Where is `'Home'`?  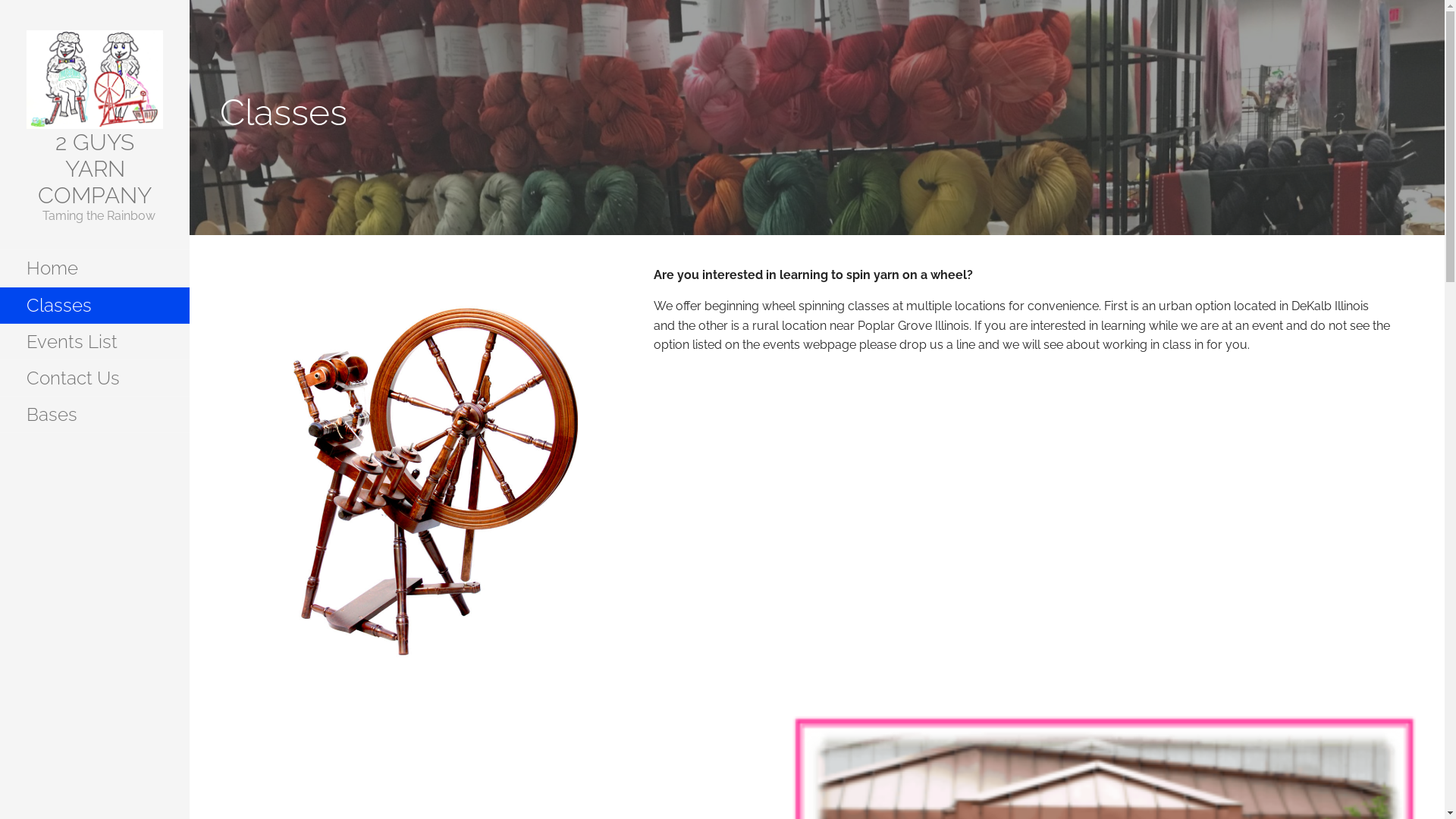 'Home' is located at coordinates (93, 268).